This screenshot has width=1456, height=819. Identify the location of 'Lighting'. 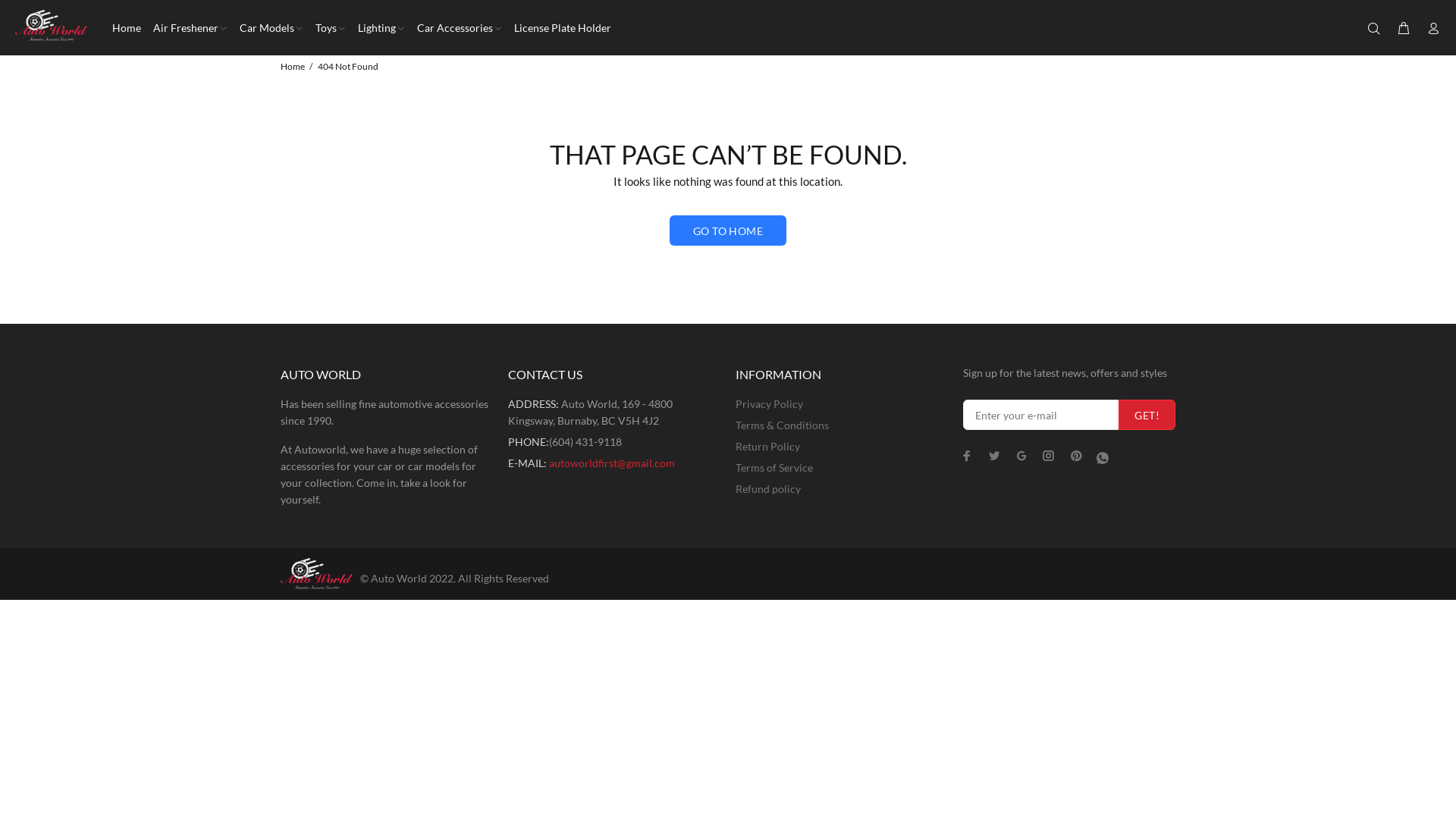
(351, 27).